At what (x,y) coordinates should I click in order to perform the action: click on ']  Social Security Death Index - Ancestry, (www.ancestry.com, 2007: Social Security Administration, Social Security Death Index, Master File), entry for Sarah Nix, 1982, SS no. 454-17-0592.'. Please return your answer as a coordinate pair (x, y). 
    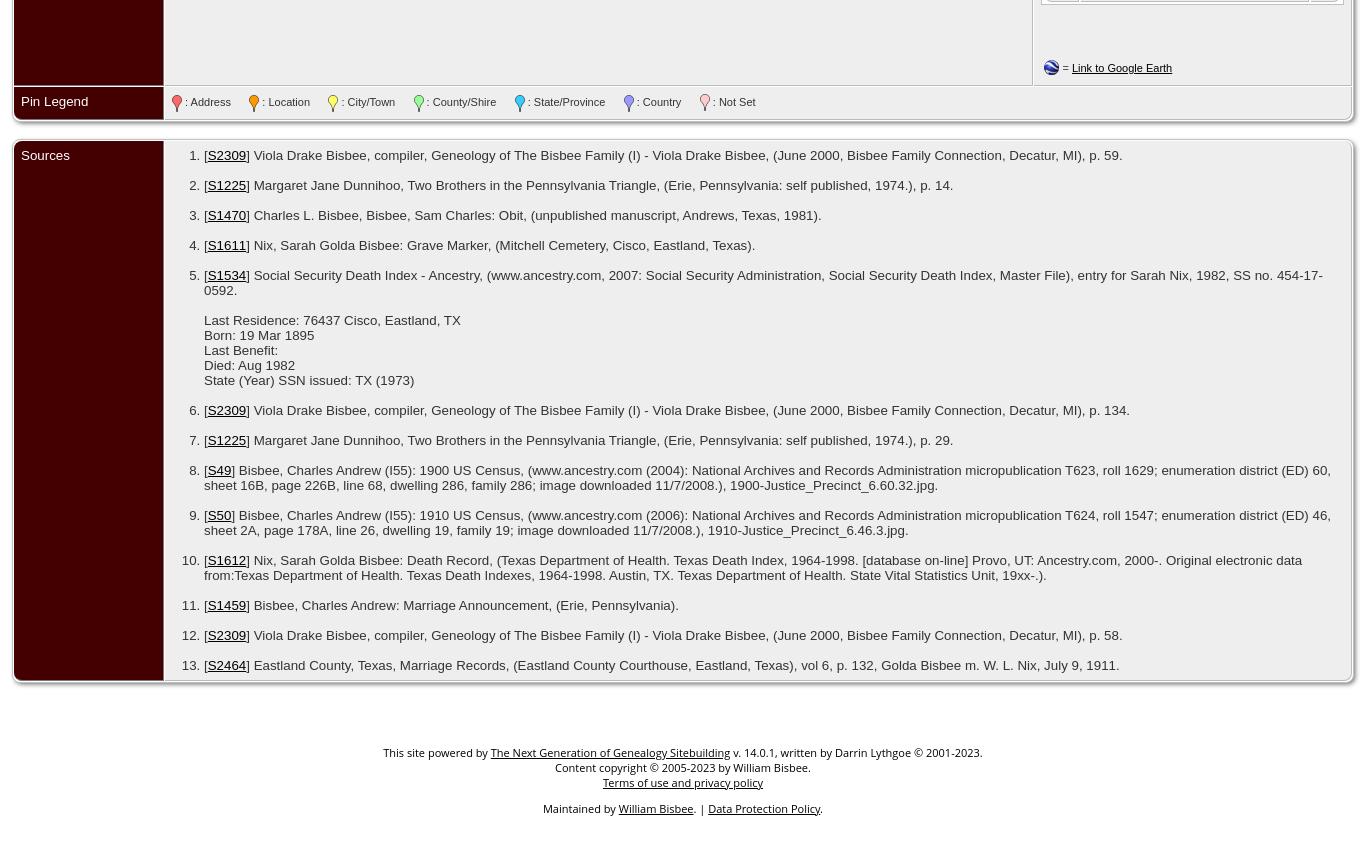
    Looking at the image, I should click on (202, 281).